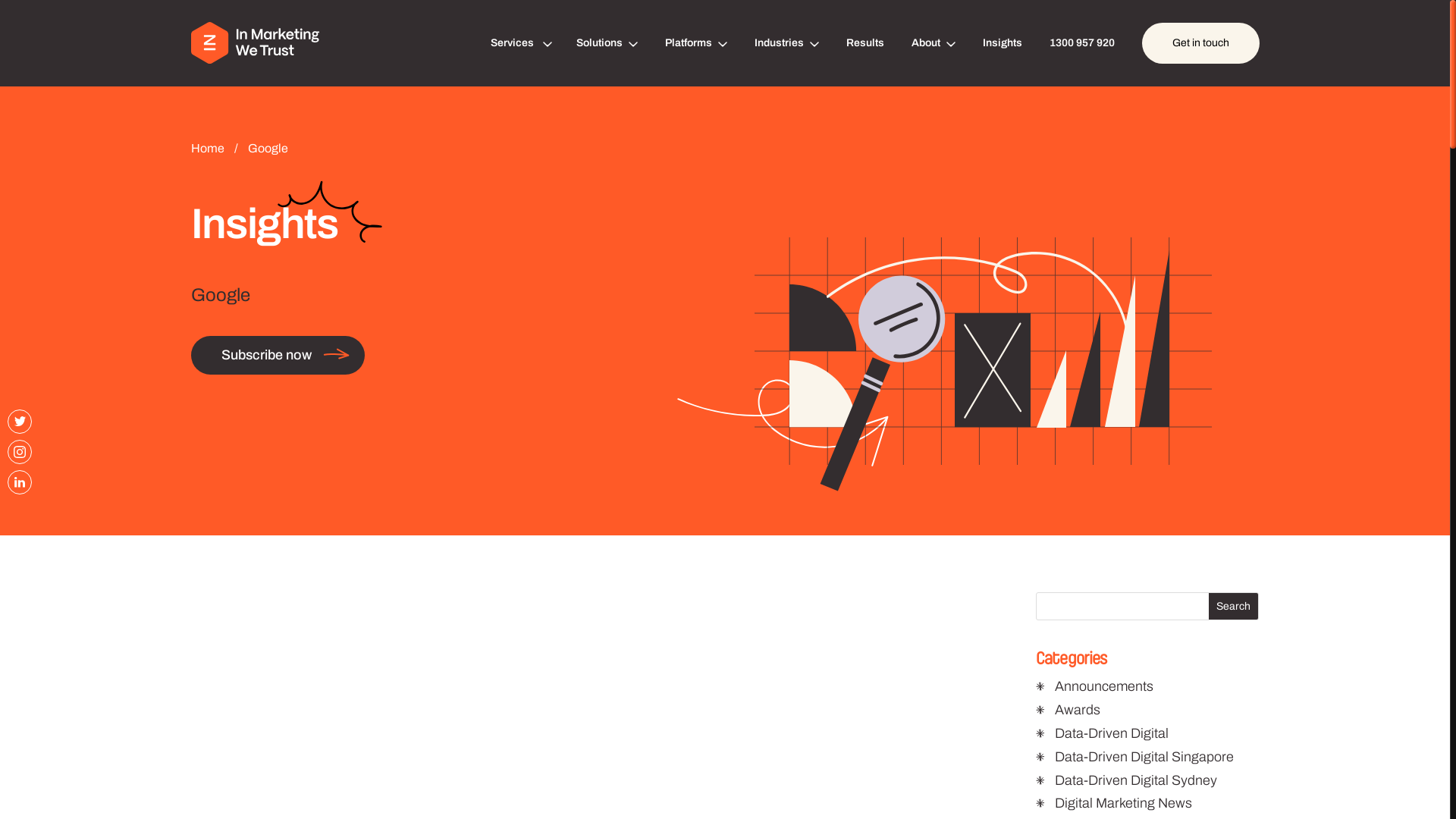 Image resolution: width=1456 pixels, height=819 pixels. Describe the element at coordinates (1200, 42) in the screenshot. I see `'Get in touch'` at that location.